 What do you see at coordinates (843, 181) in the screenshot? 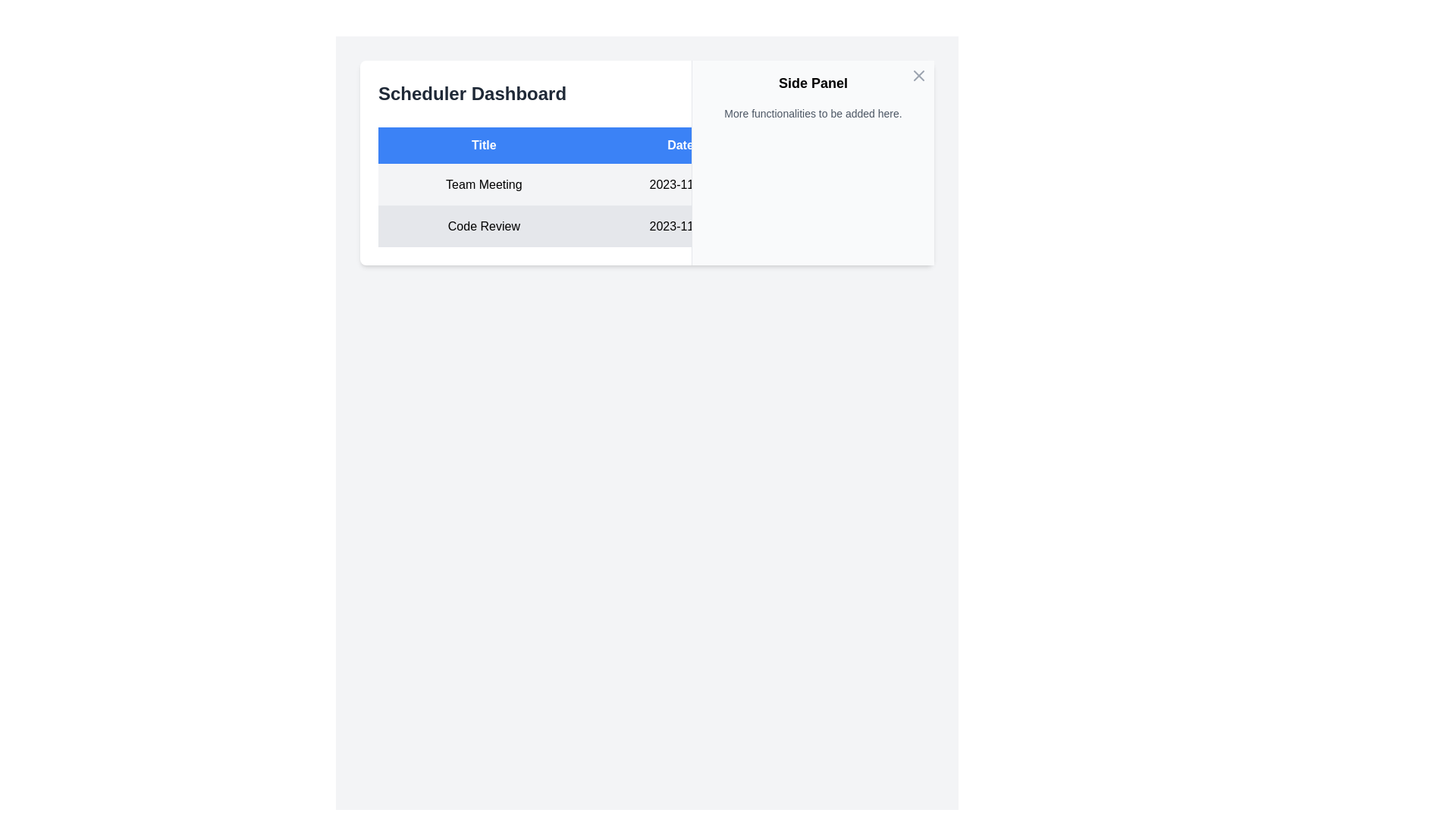
I see `calendar icon graphic component located at the center of the calendar representation in the top-right corner of the side panel labeled 'Side Panel'` at bounding box center [843, 181].